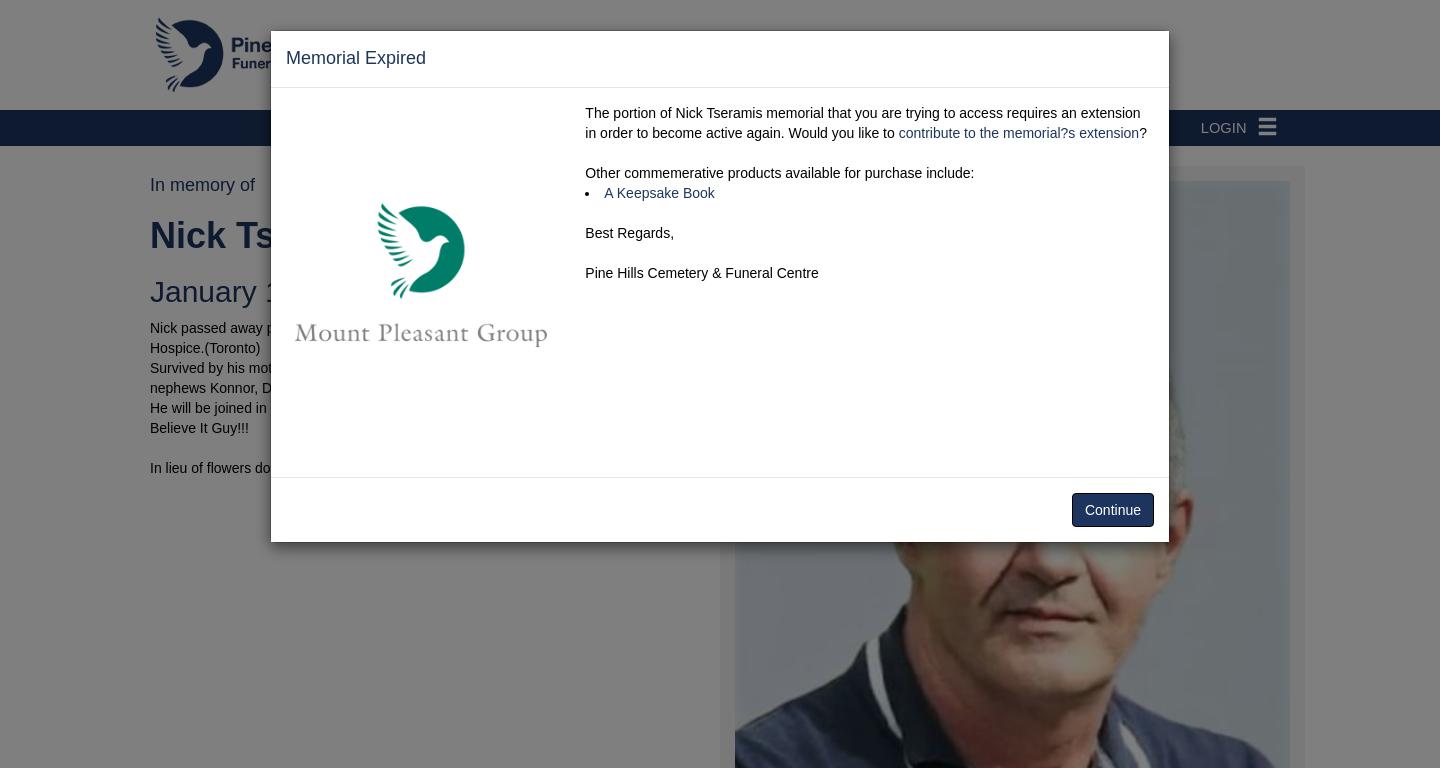 Image resolution: width=1440 pixels, height=768 pixels. What do you see at coordinates (628, 232) in the screenshot?
I see `'Best Regards,'` at bounding box center [628, 232].